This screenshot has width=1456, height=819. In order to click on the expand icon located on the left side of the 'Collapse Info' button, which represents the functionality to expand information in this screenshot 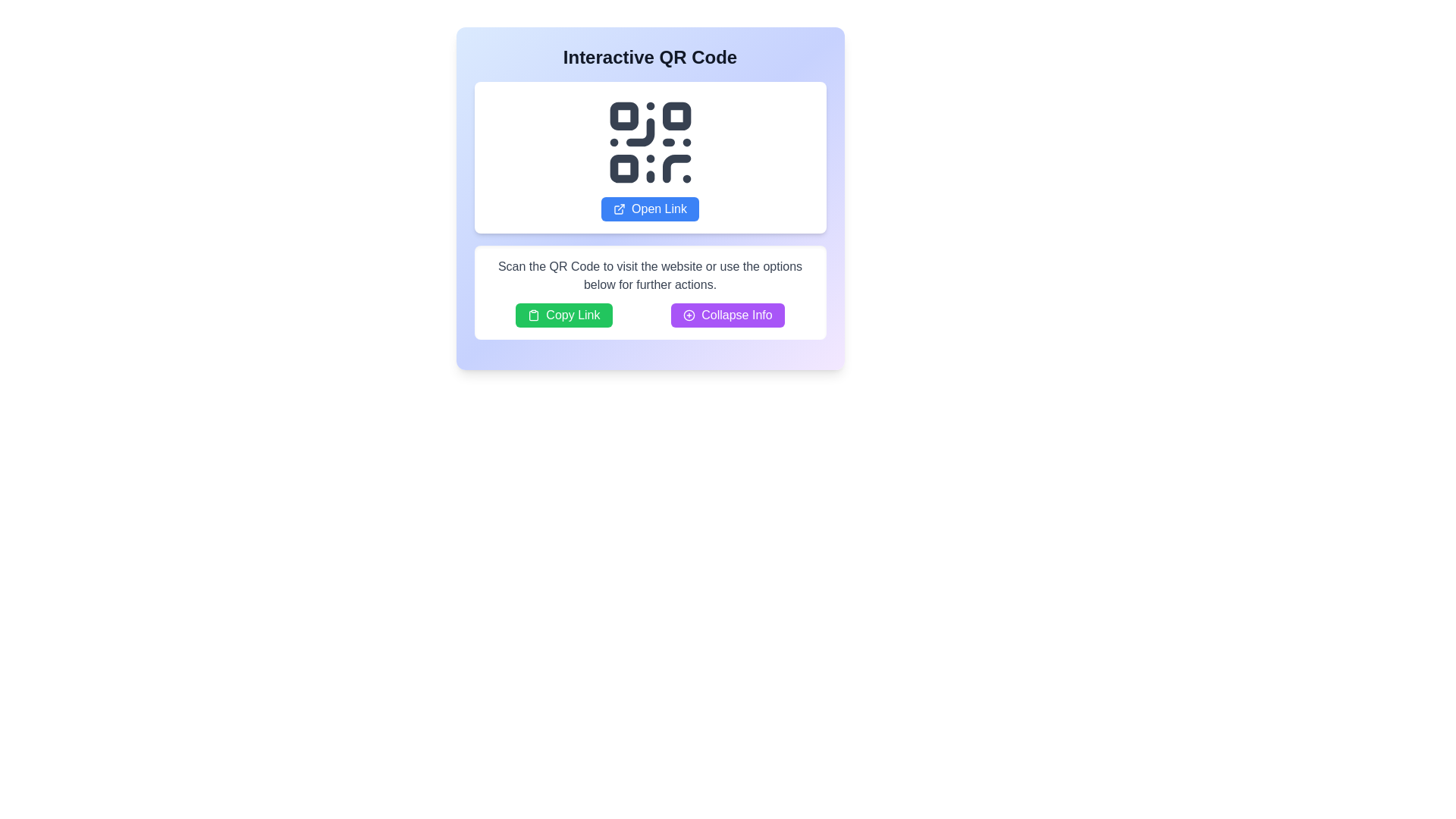, I will do `click(689, 315)`.